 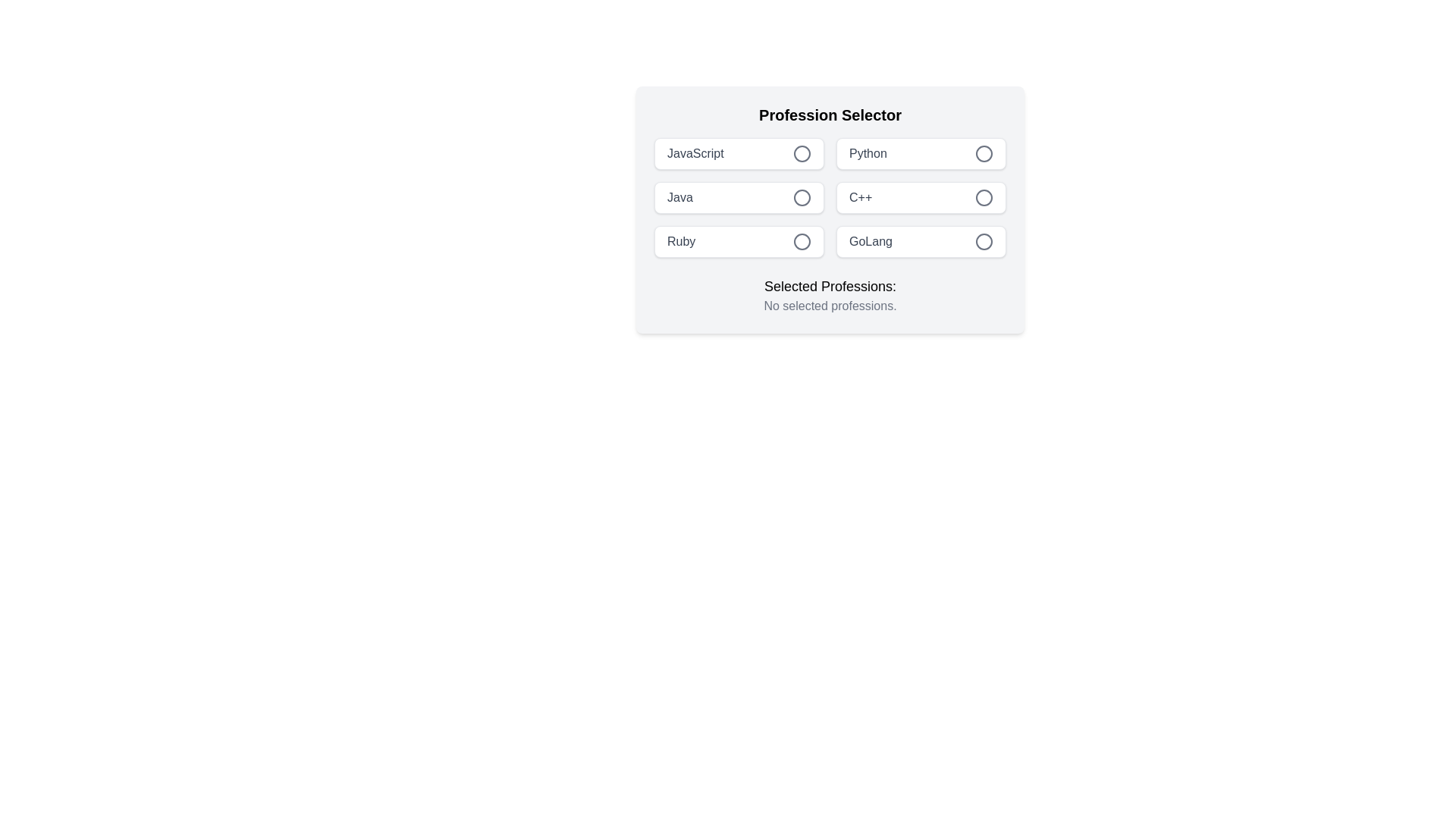 I want to click on the 'JavaScript' text label, which is the first item in its selection menu and is part of a grid-like structure, so click(x=695, y=154).